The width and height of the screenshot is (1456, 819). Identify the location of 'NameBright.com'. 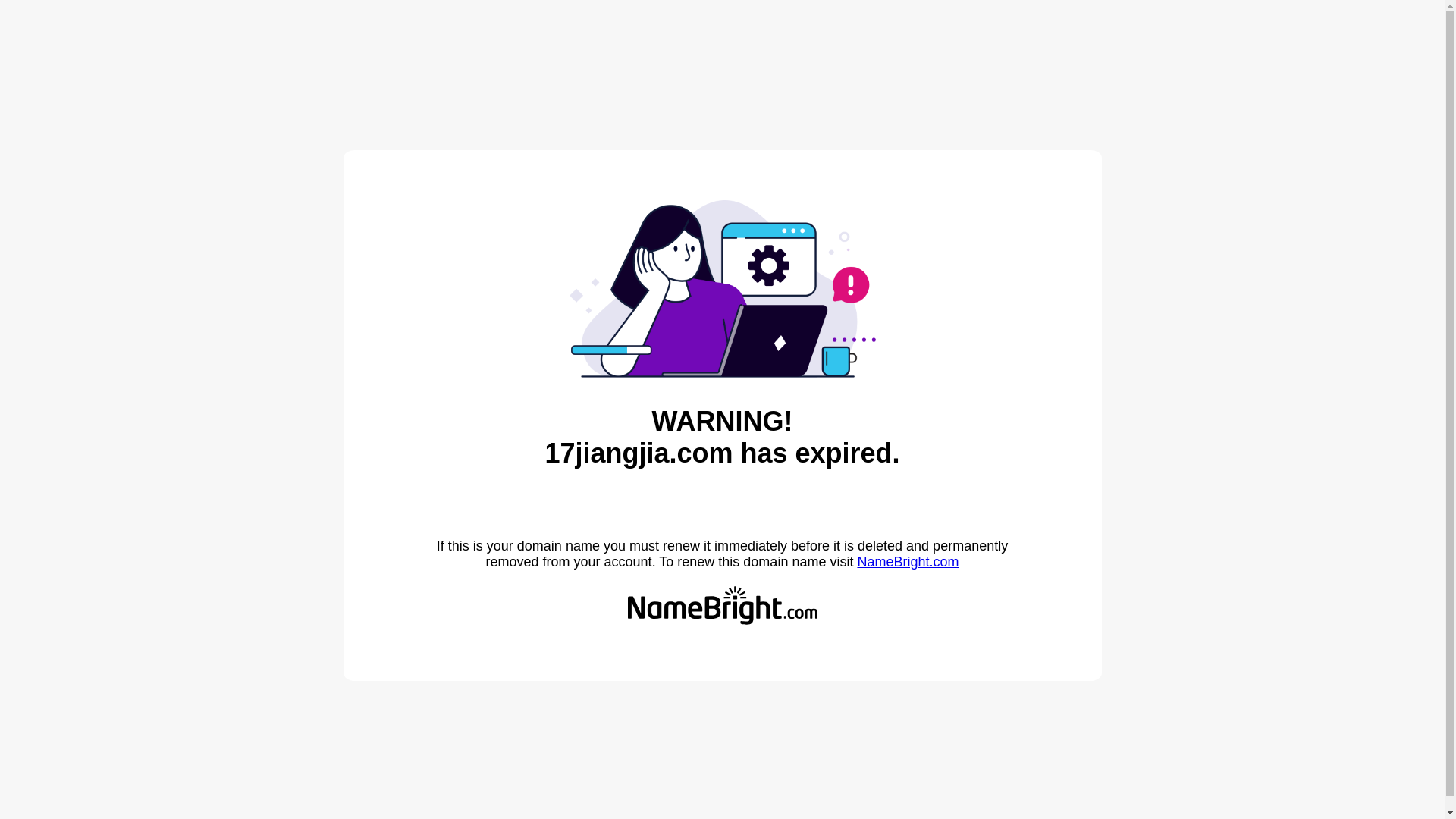
(907, 561).